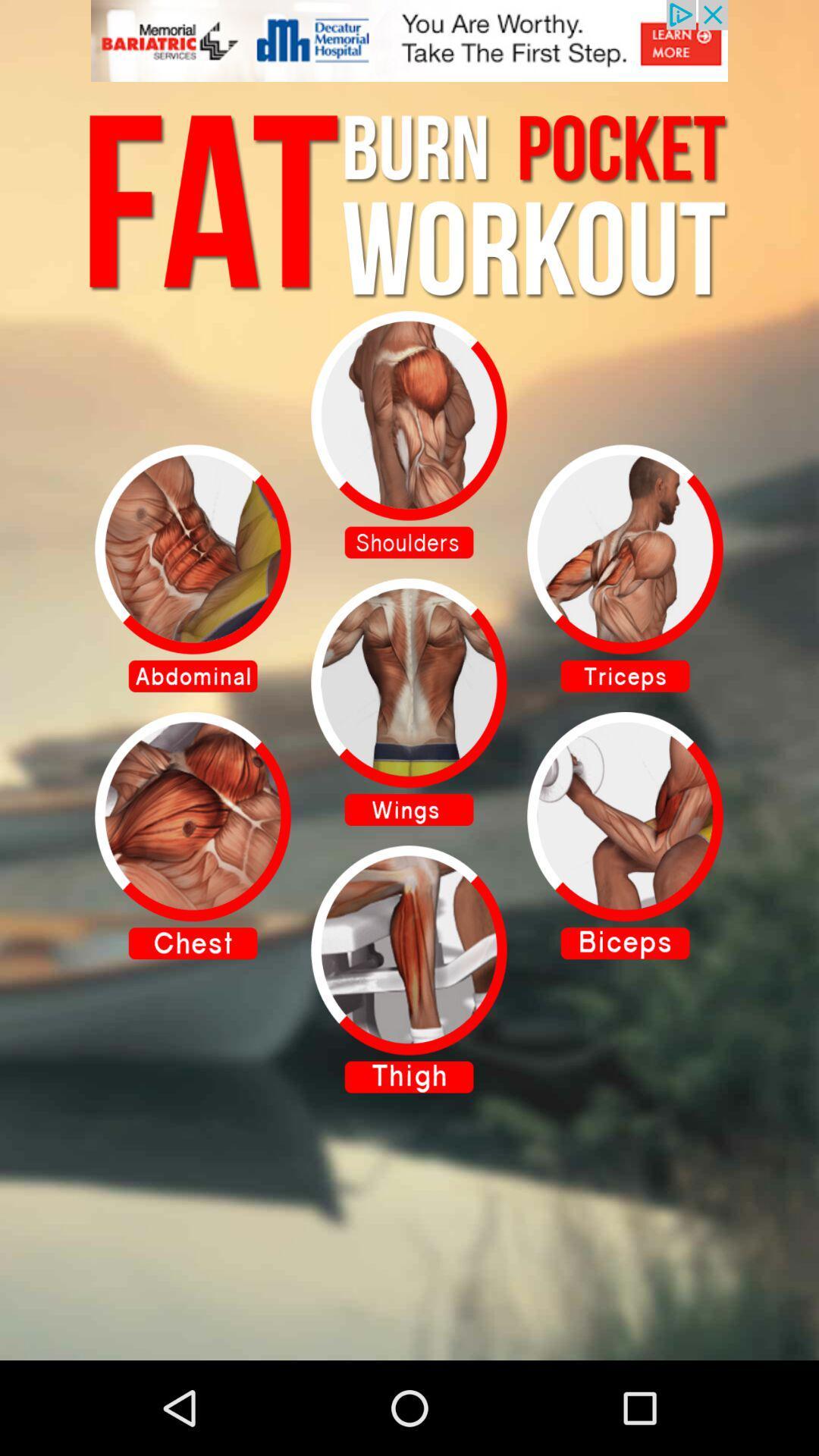  Describe the element at coordinates (625, 567) in the screenshot. I see `image` at that location.